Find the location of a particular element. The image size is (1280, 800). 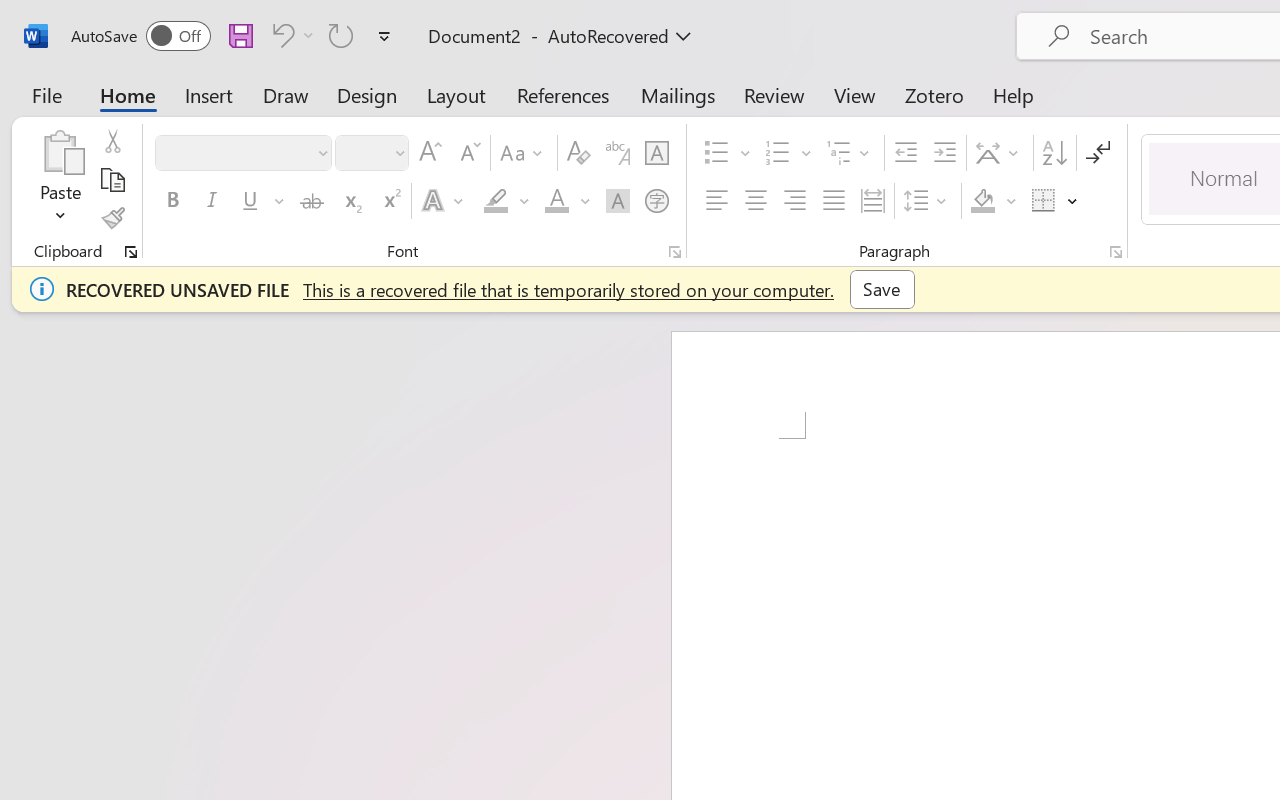

'Shading RGB(0, 0, 0)' is located at coordinates (983, 201).